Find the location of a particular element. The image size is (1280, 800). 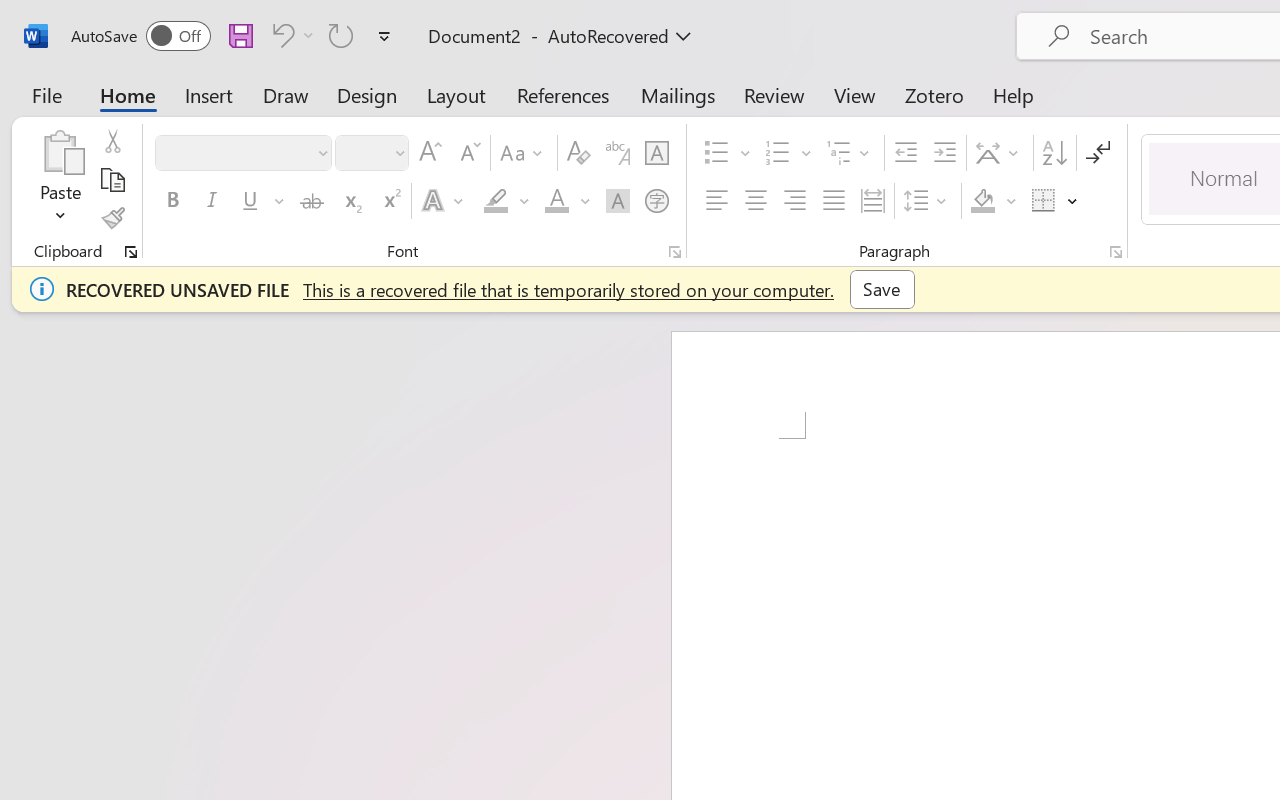

'Shading RGB(0, 0, 0)' is located at coordinates (983, 201).